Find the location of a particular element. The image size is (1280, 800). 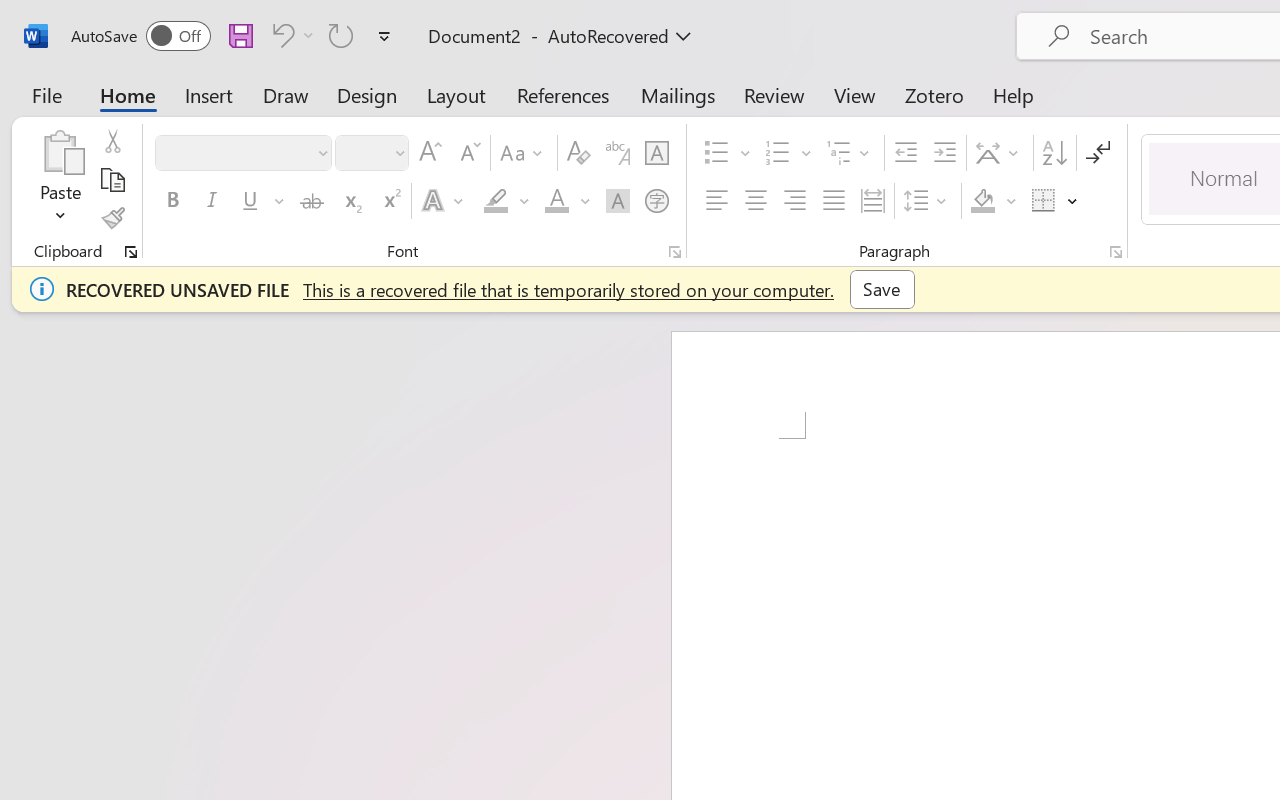

'Shading RGB(0, 0, 0)' is located at coordinates (983, 201).